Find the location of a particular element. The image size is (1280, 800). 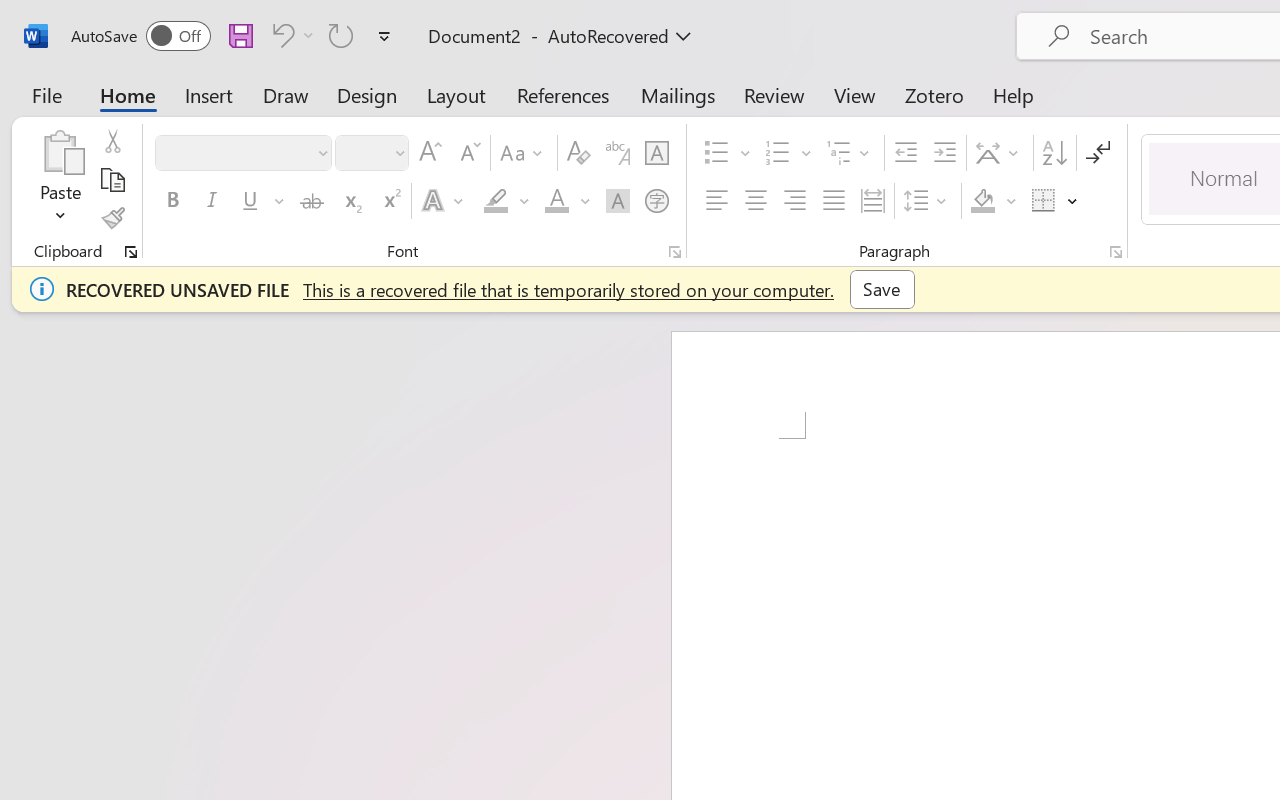

'Shading RGB(0, 0, 0)' is located at coordinates (983, 201).